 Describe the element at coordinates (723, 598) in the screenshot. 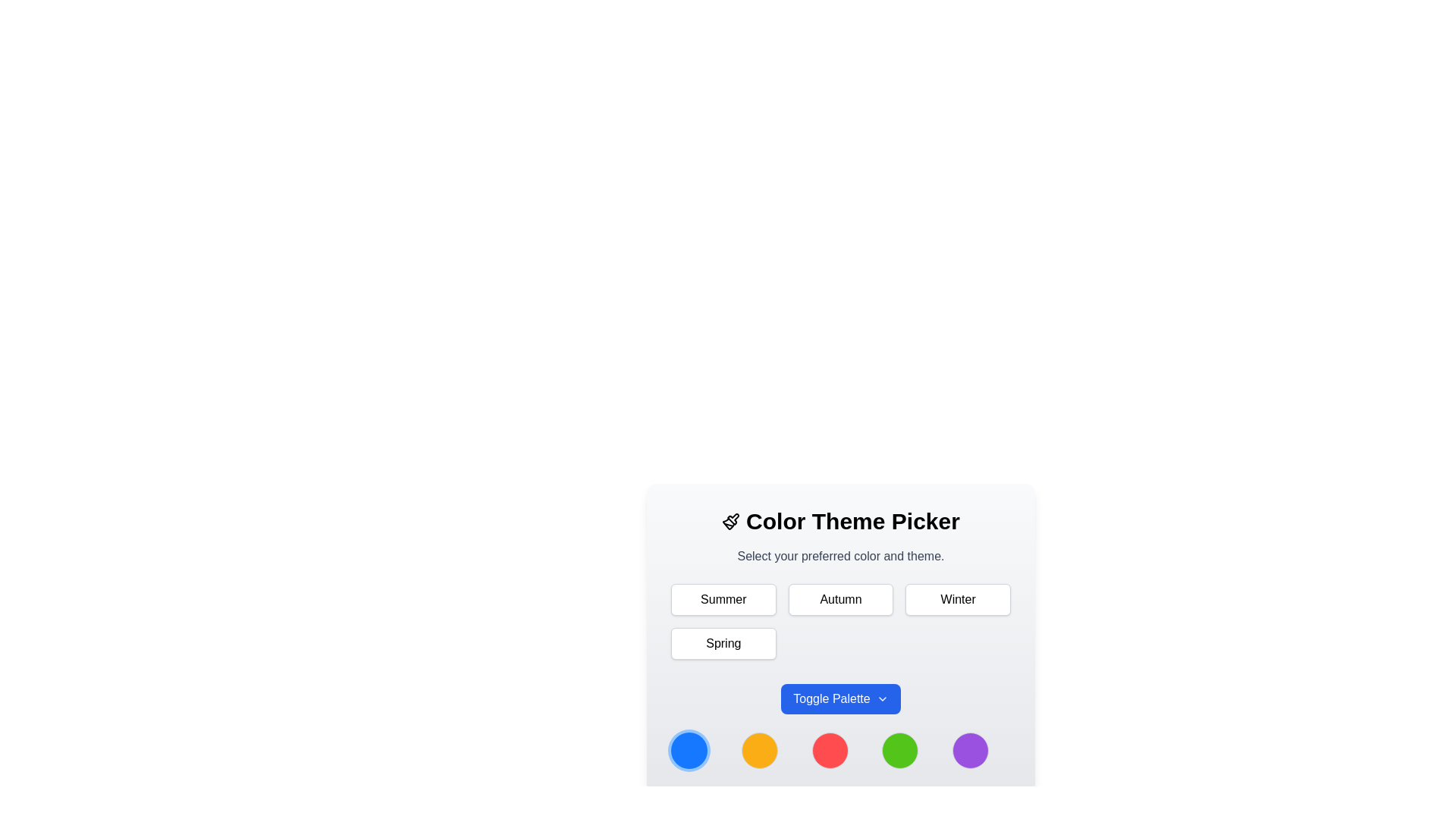

I see `the 'Summer' button, which is a rectangular button with rounded corners, featuring the text 'Summer' in black on a white background, styled with a thin gray border and shadow effect` at that location.